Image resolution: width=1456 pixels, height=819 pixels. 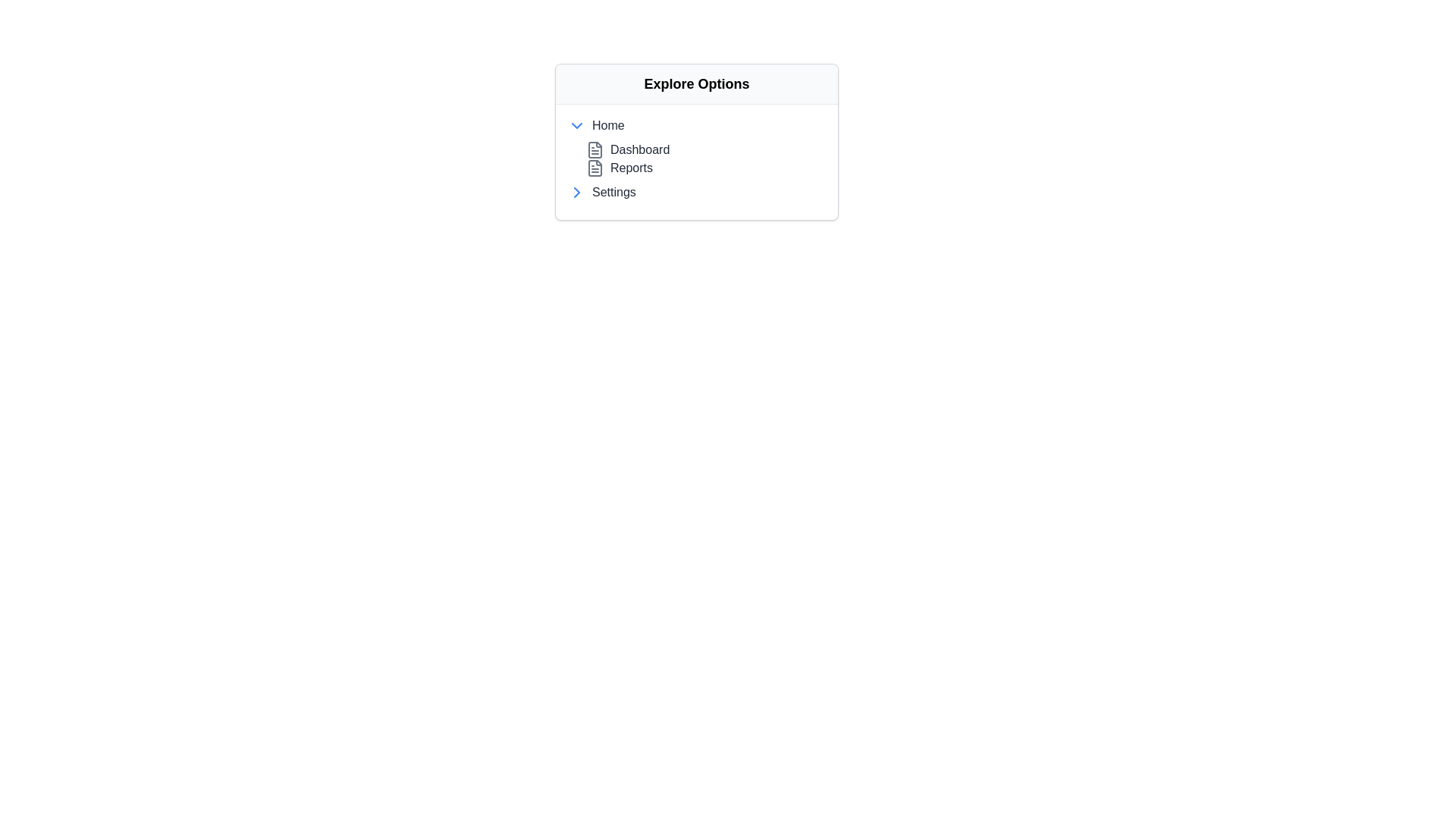 I want to click on the 'Reports' text label, which is the second entry under the 'Home' section in the vertical list under 'Explore Options', so click(x=632, y=168).